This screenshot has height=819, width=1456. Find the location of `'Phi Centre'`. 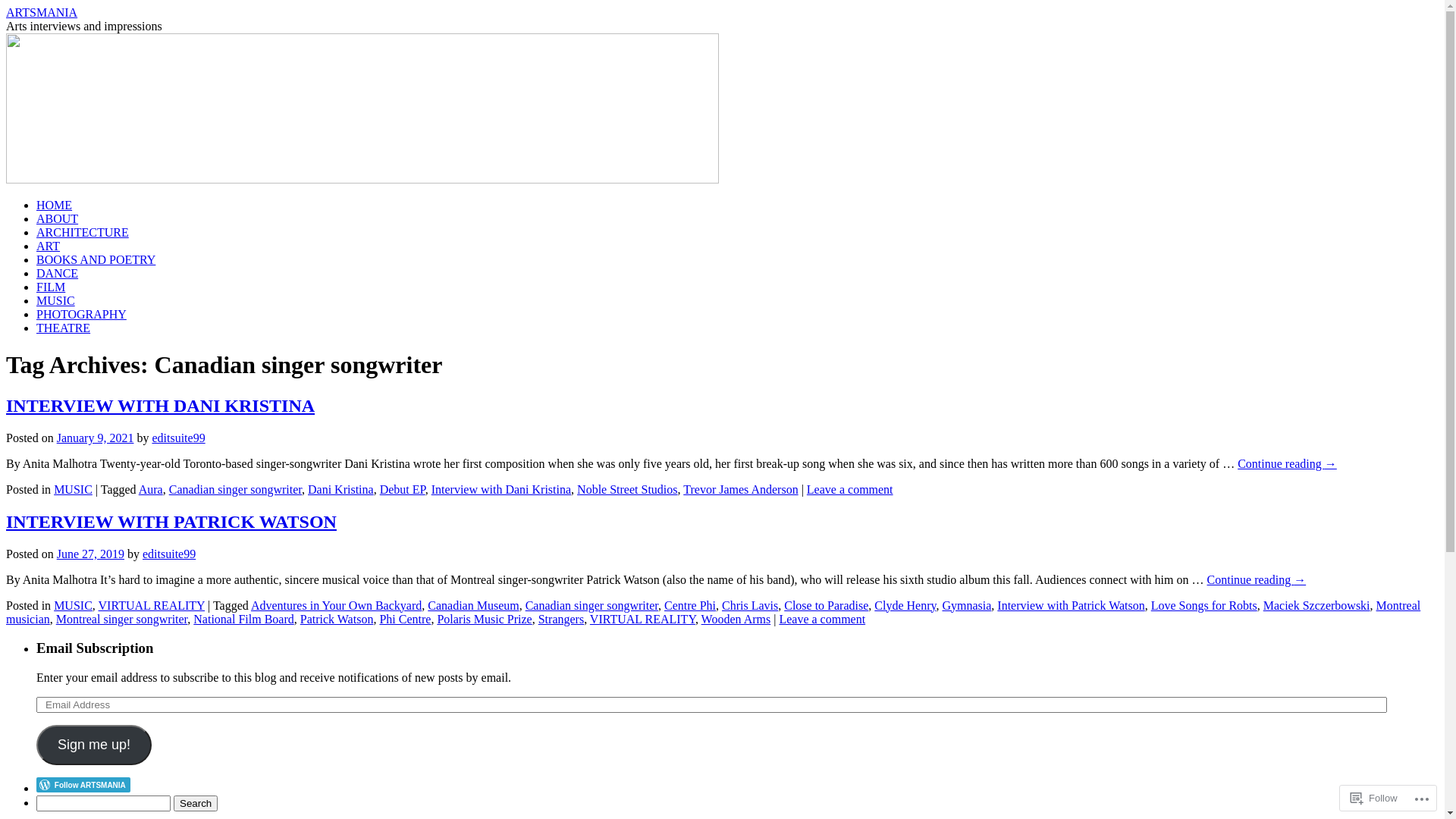

'Phi Centre' is located at coordinates (404, 619).